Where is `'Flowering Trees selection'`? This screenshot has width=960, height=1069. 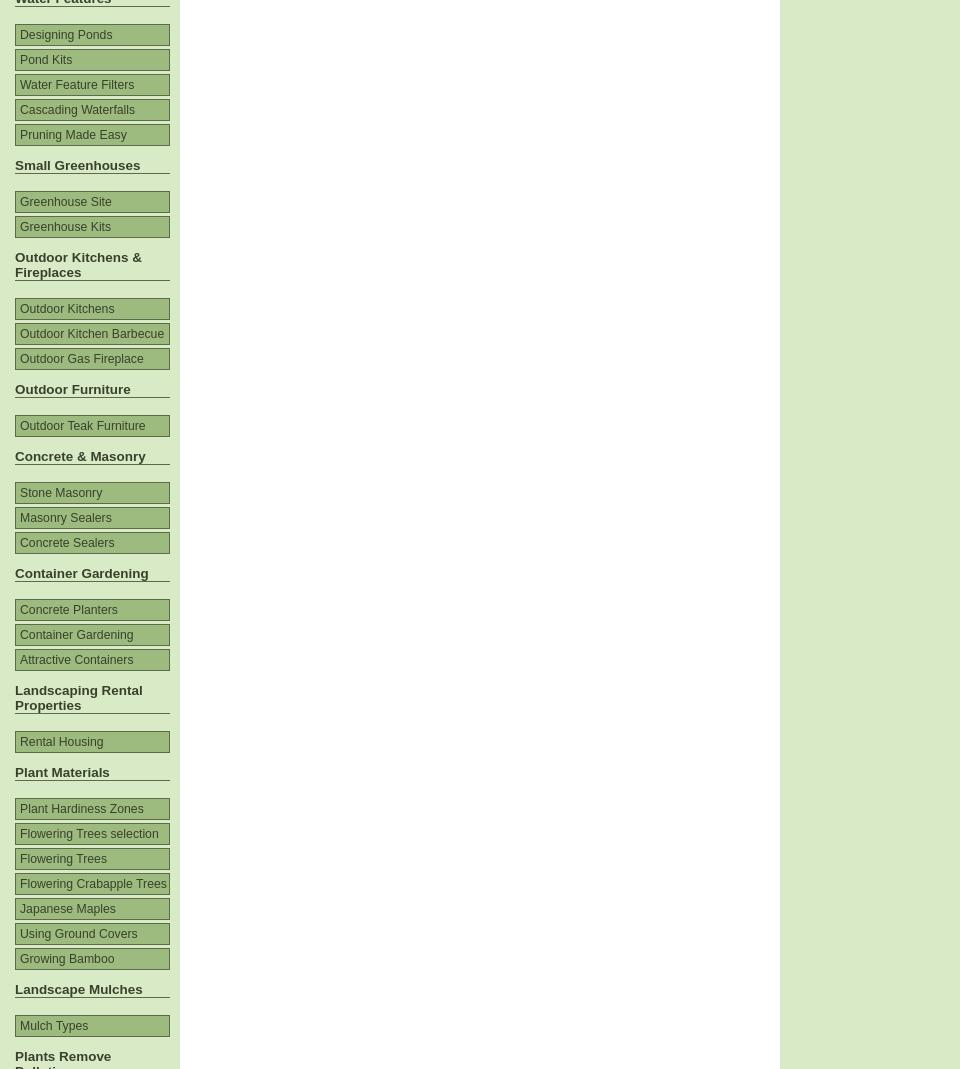
'Flowering Trees selection' is located at coordinates (88, 834).